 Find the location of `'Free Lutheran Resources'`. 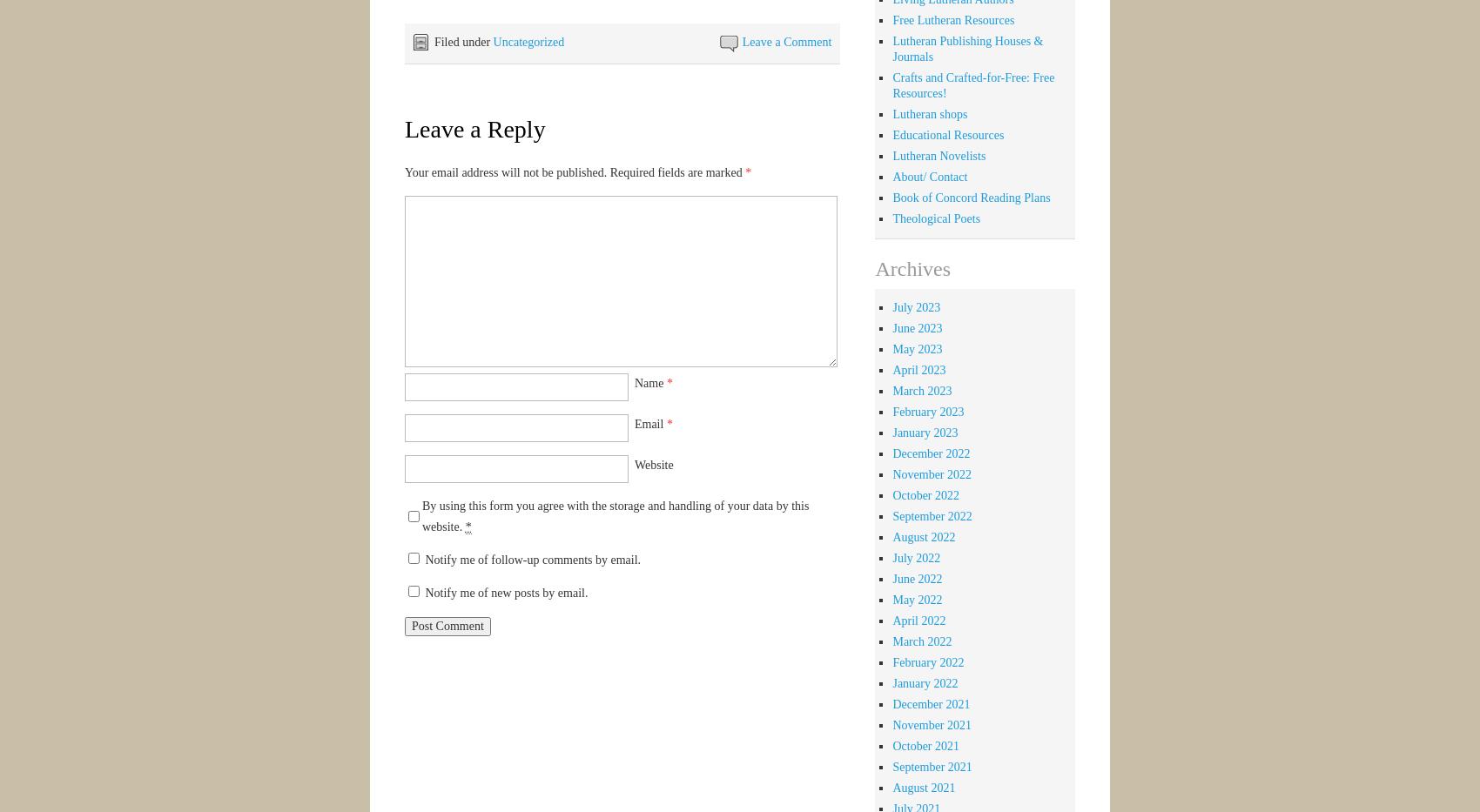

'Free Lutheran Resources' is located at coordinates (952, 18).